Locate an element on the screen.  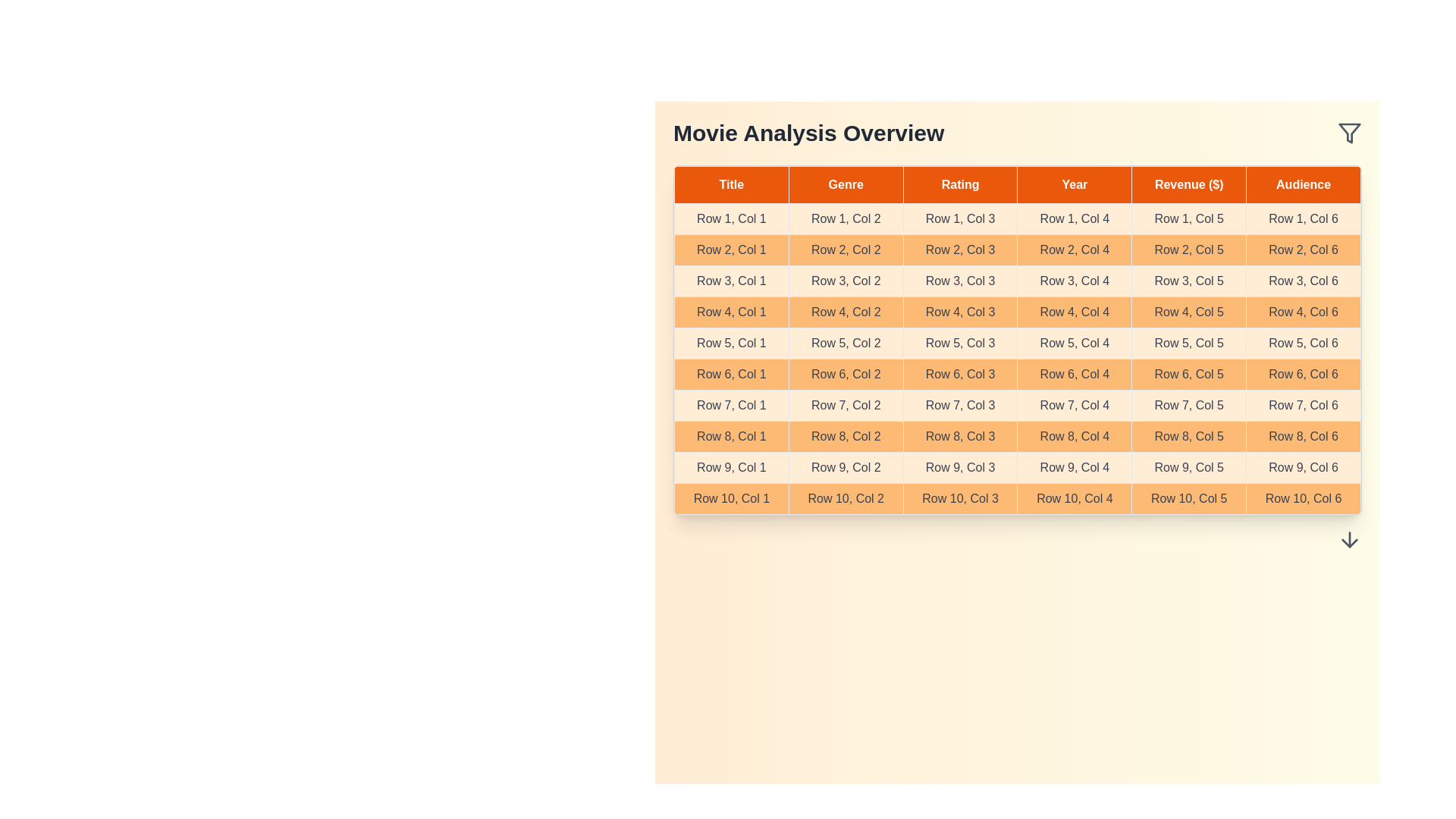
the header cell labeled Revenue ($) to sort the column is located at coordinates (1188, 184).